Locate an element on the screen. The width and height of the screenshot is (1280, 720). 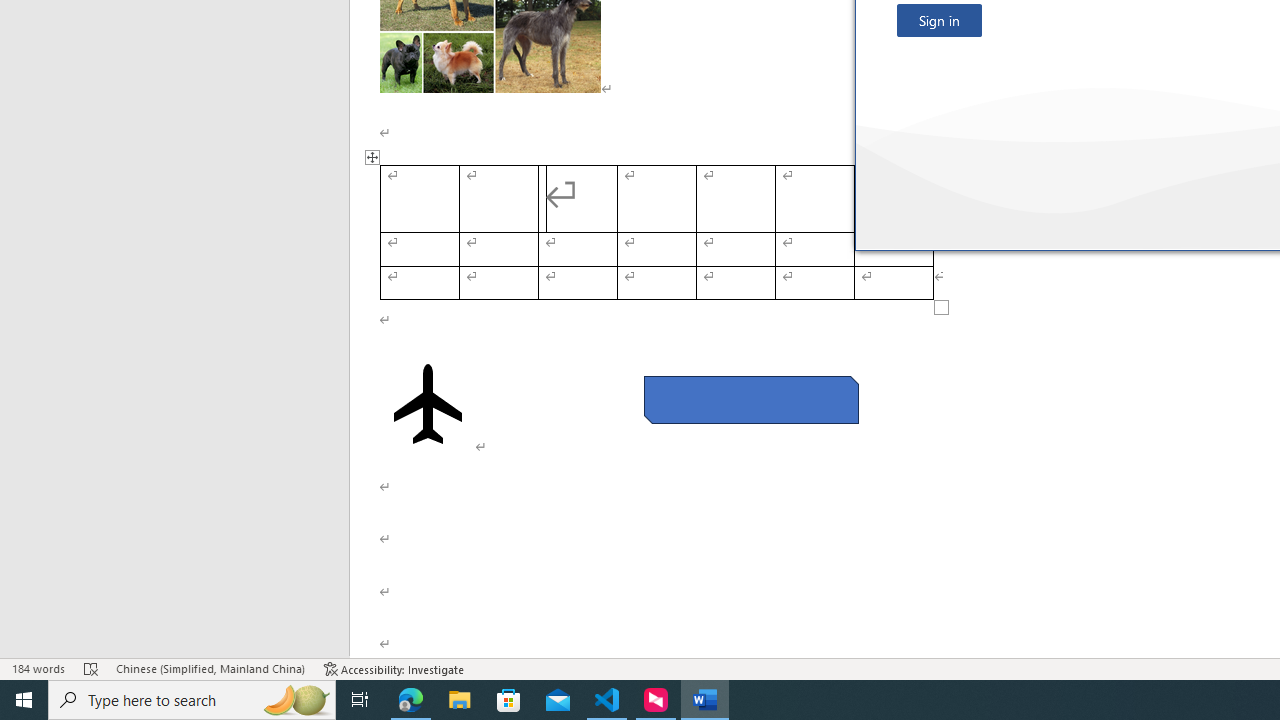
'Microsoft Edge - 1 running window' is located at coordinates (410, 698).